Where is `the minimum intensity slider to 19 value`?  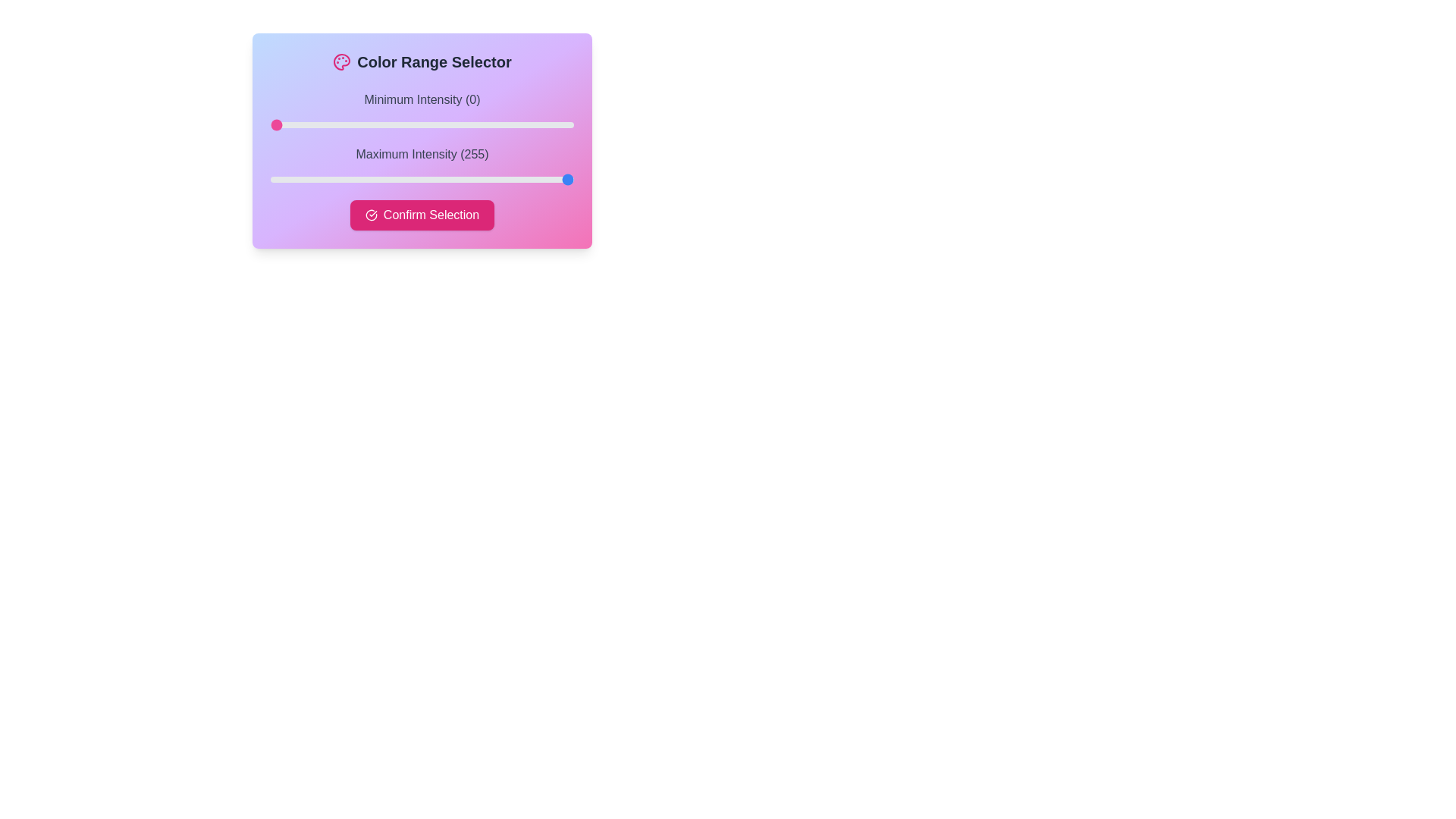 the minimum intensity slider to 19 value is located at coordinates (293, 124).